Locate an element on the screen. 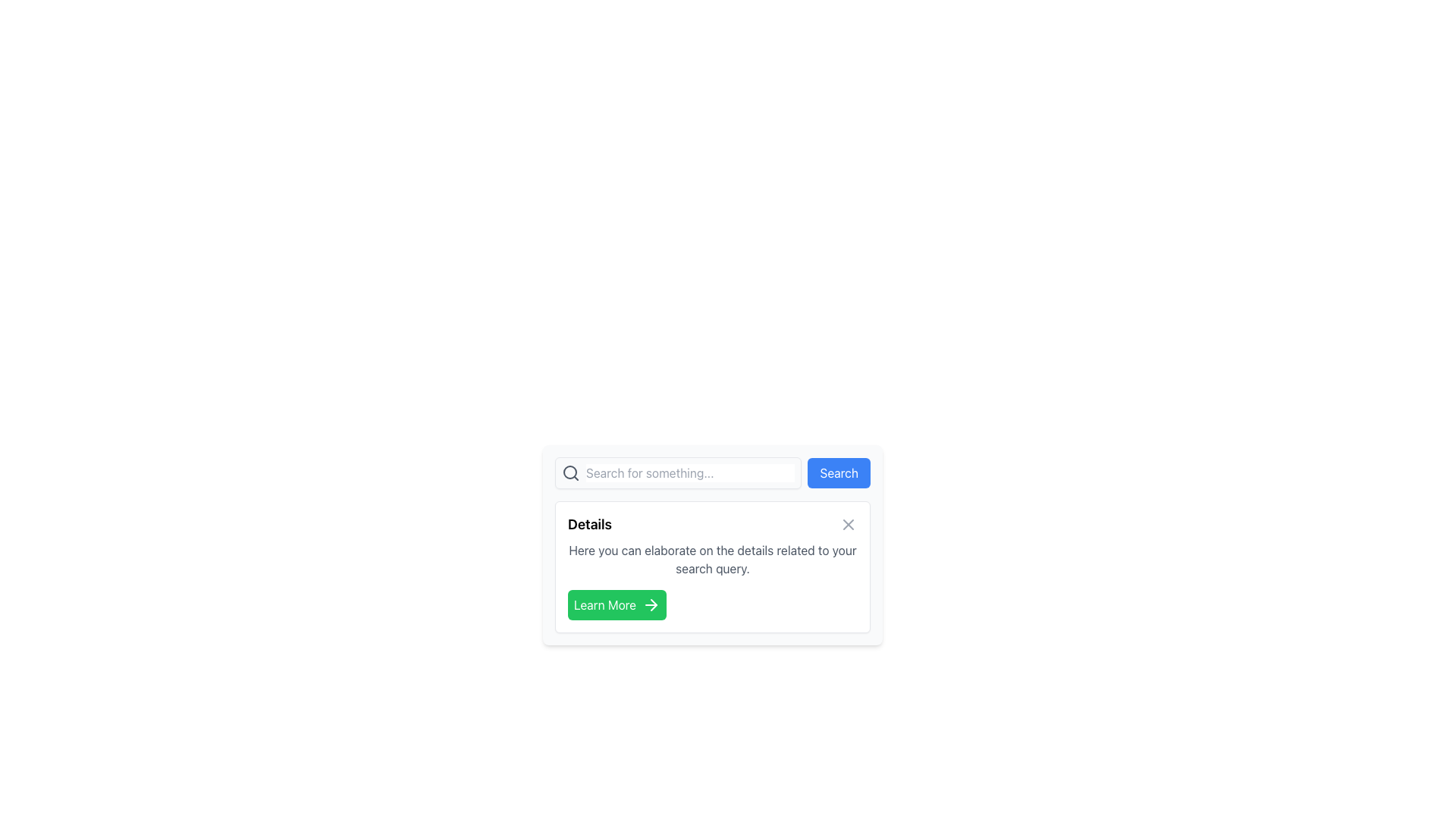  the Text Input Field with placeholder text 'Search for something...' is located at coordinates (677, 472).